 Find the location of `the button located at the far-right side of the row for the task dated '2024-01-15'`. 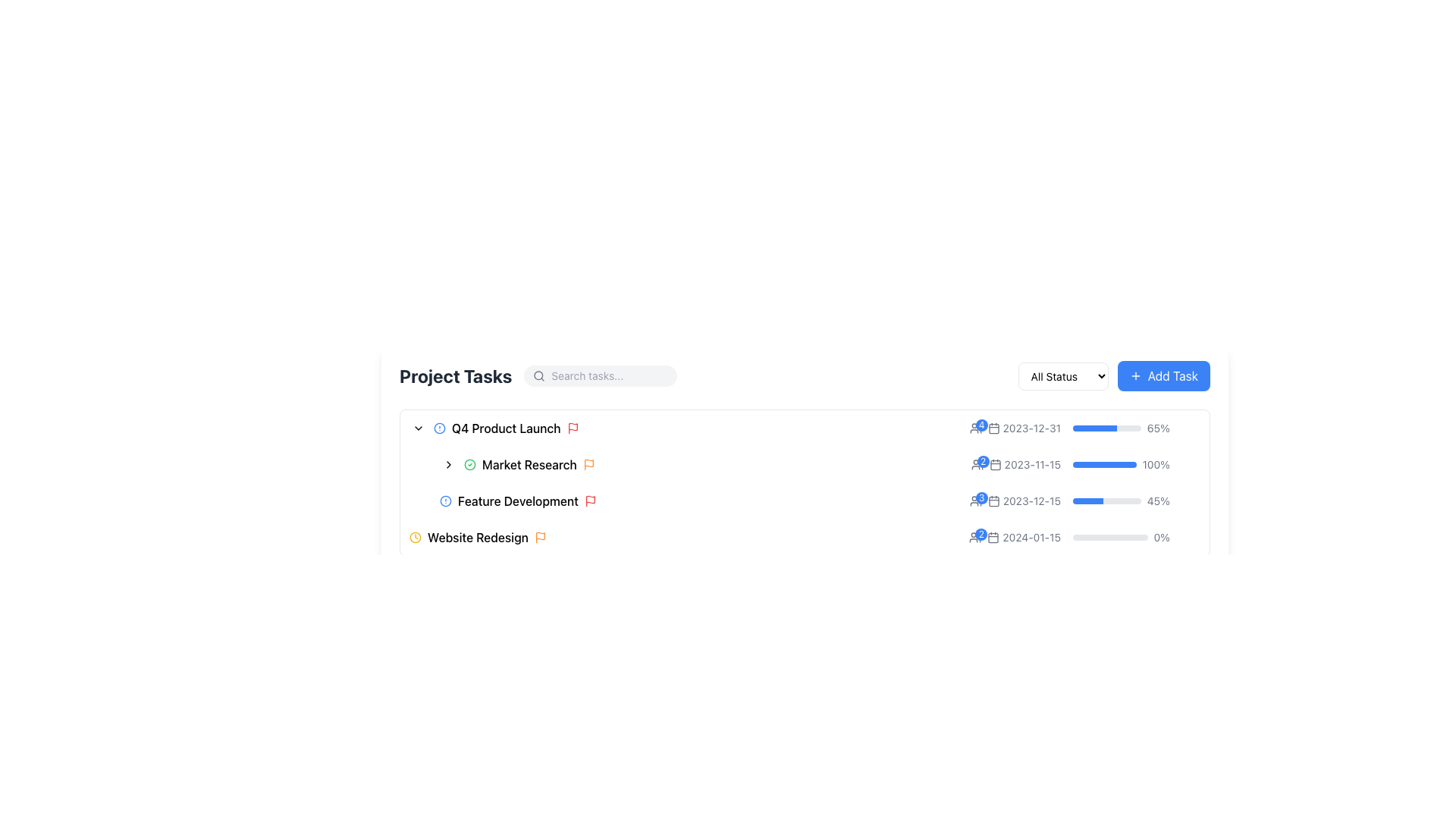

the button located at the far-right side of the row for the task dated '2024-01-15' is located at coordinates (1190, 537).